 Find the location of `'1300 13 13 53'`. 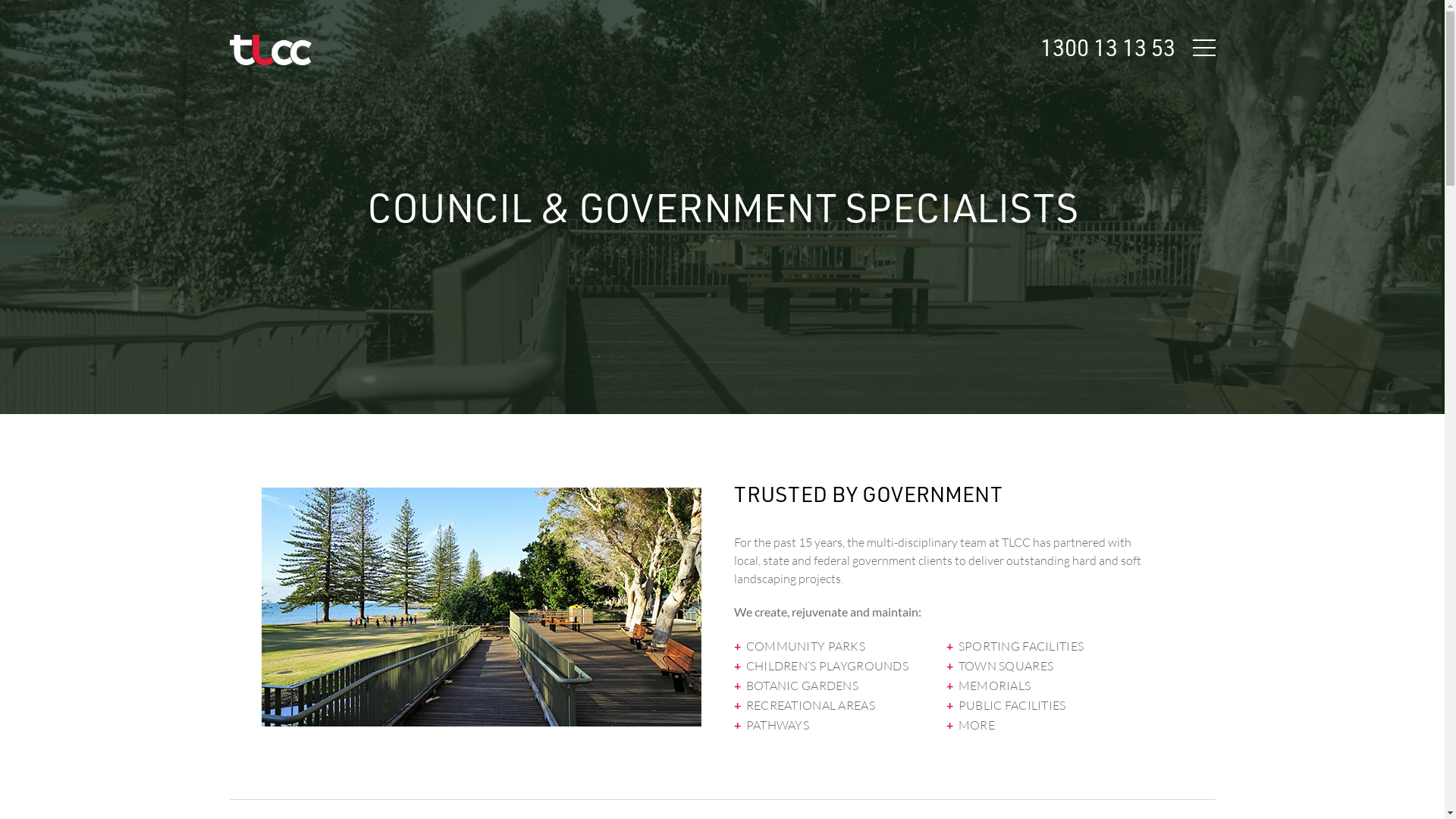

'1300 13 13 53' is located at coordinates (1107, 45).